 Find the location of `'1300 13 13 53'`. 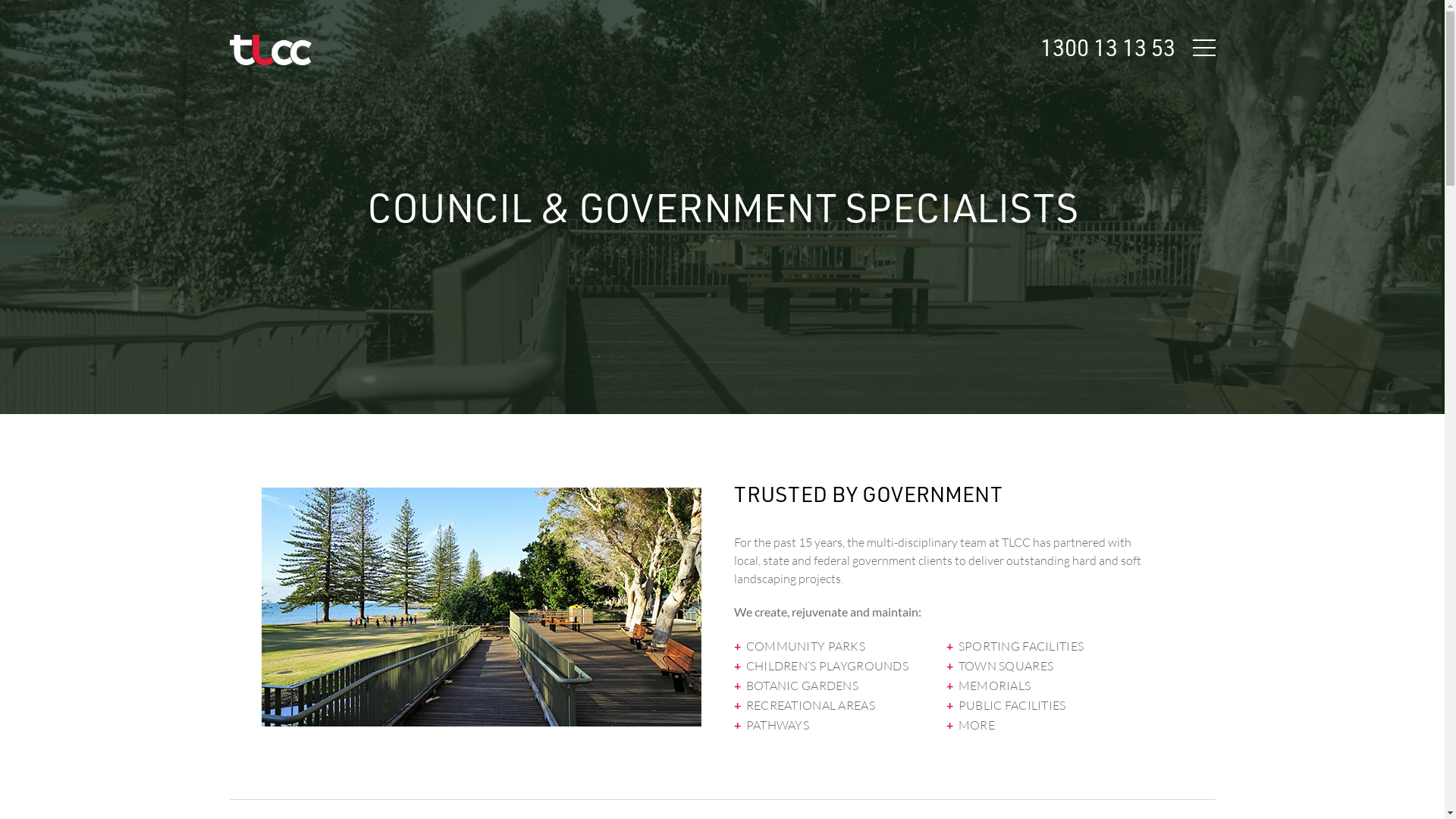

'1300 13 13 53' is located at coordinates (1107, 45).